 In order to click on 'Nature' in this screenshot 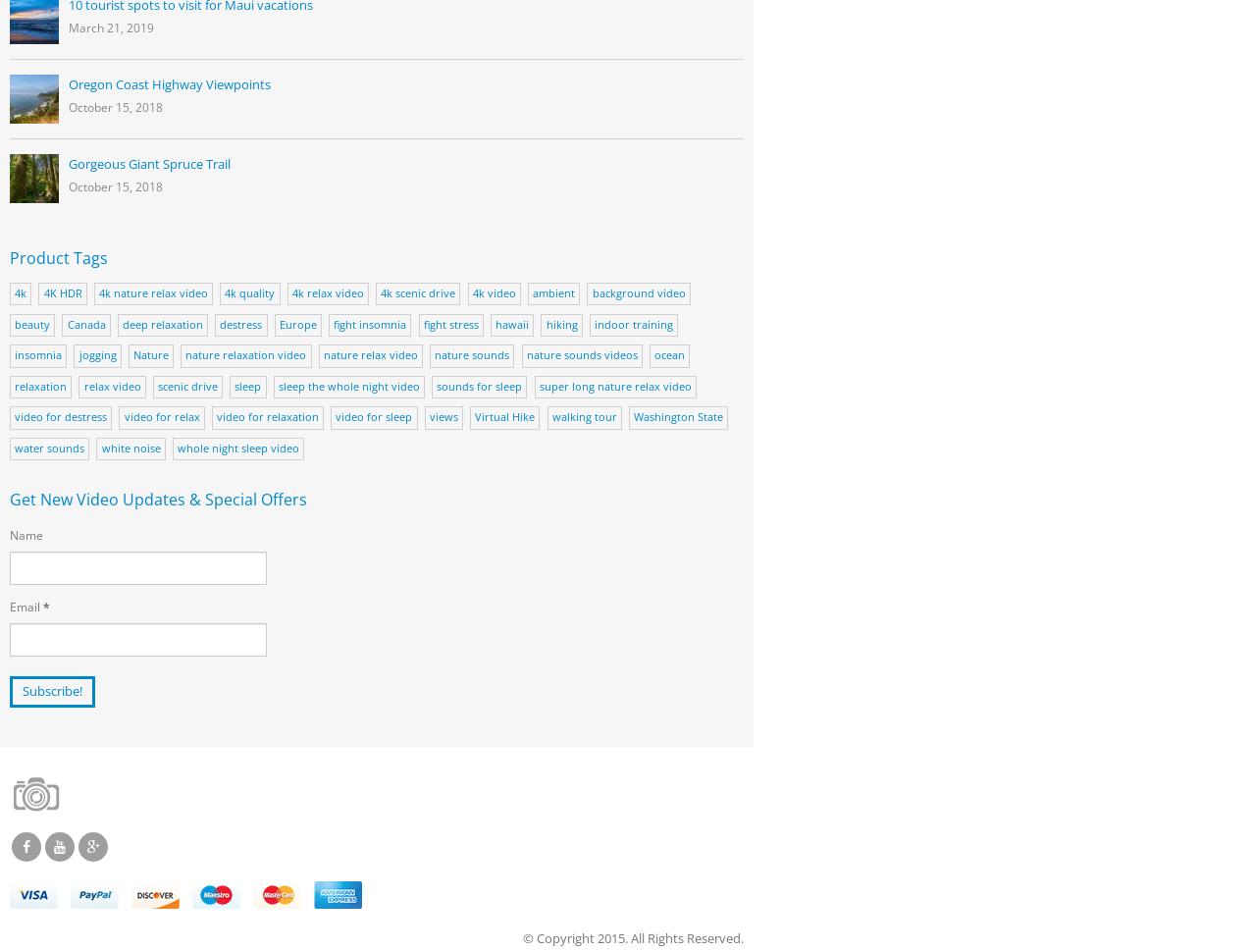, I will do `click(149, 353)`.